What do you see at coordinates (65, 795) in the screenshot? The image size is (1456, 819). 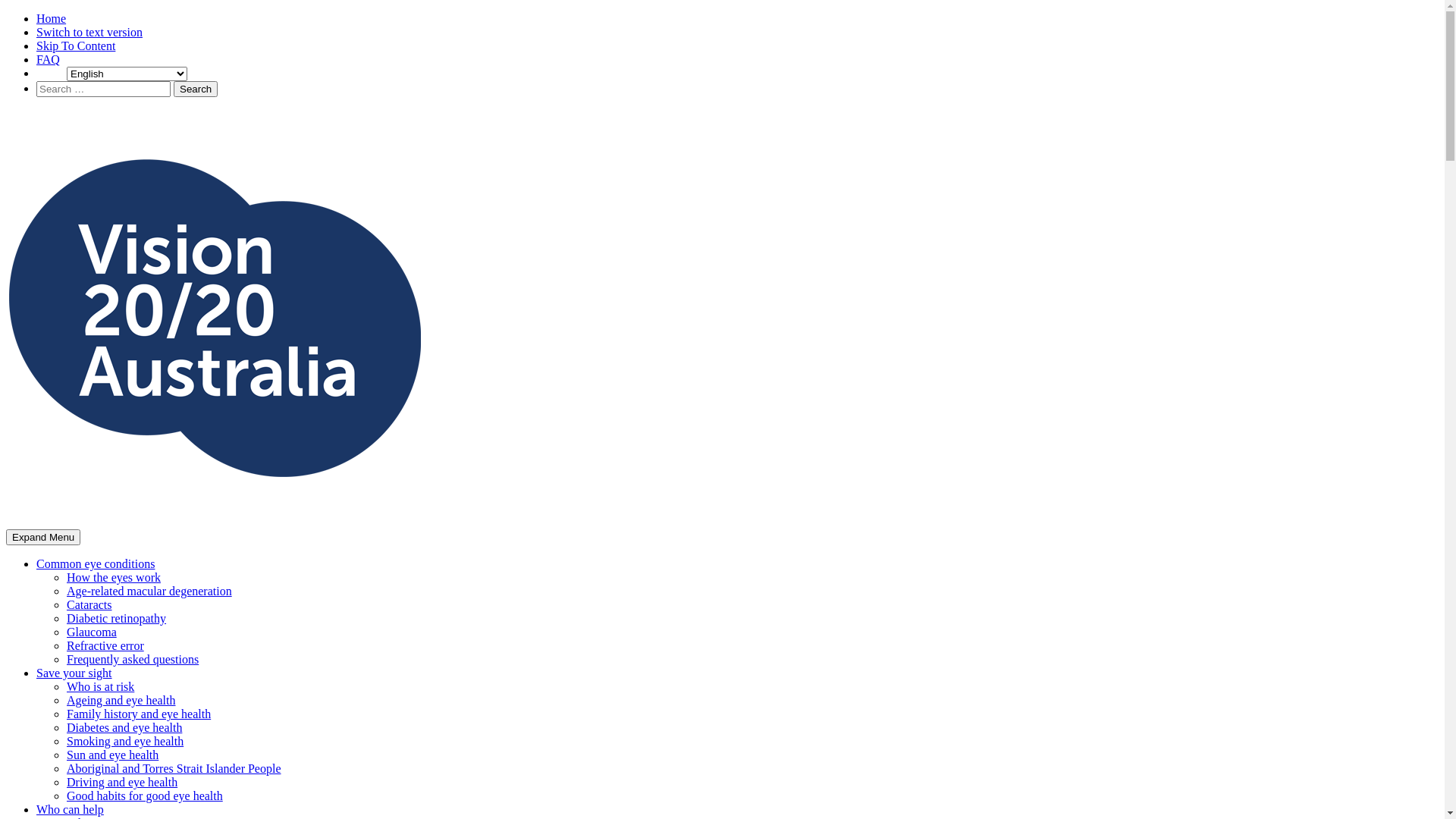 I see `'Good habits for good eye health'` at bounding box center [65, 795].